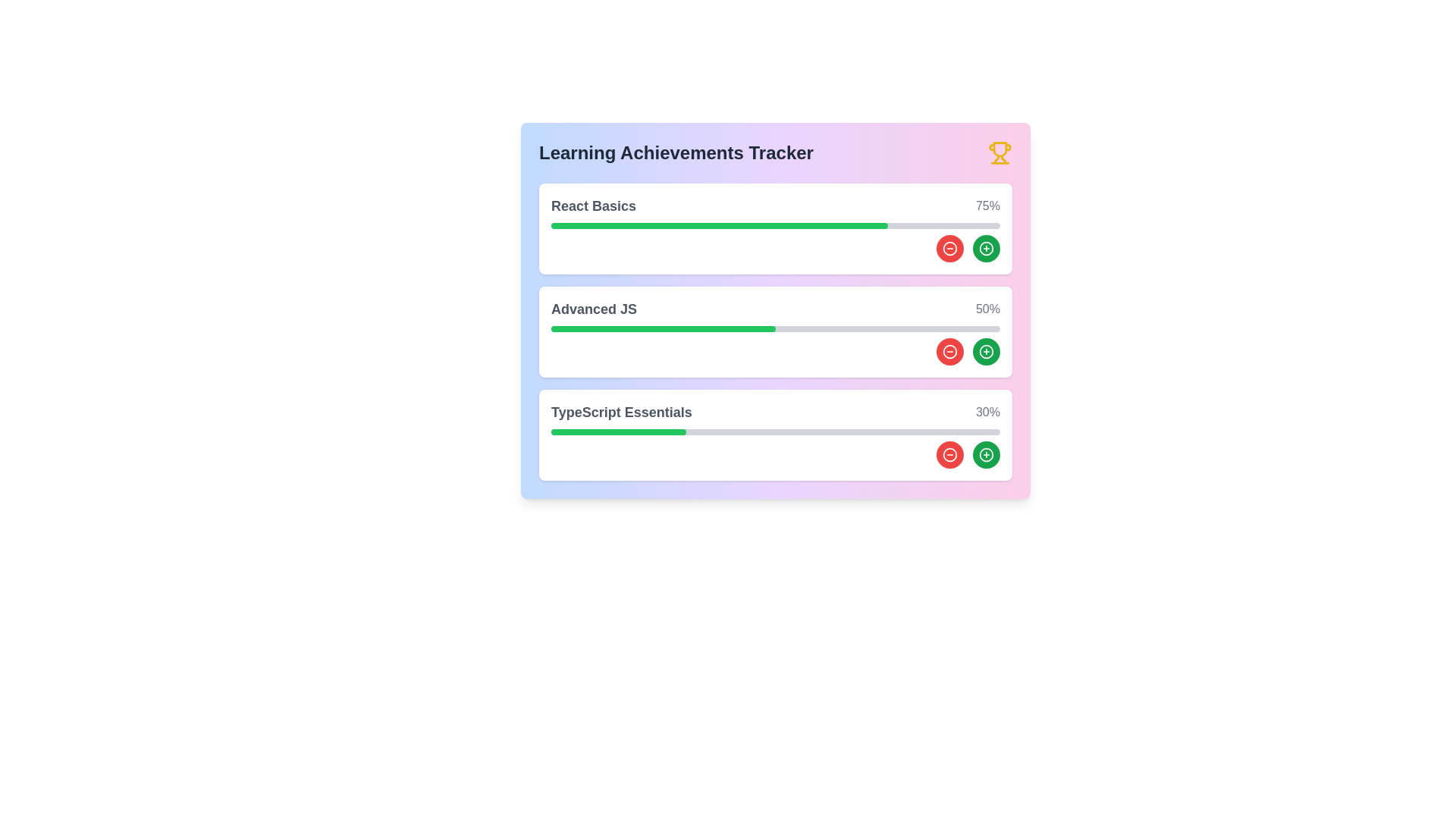  I want to click on the Label element displaying '75%' in gray font, located near the right edge of the 'React Basics' section, so click(987, 206).